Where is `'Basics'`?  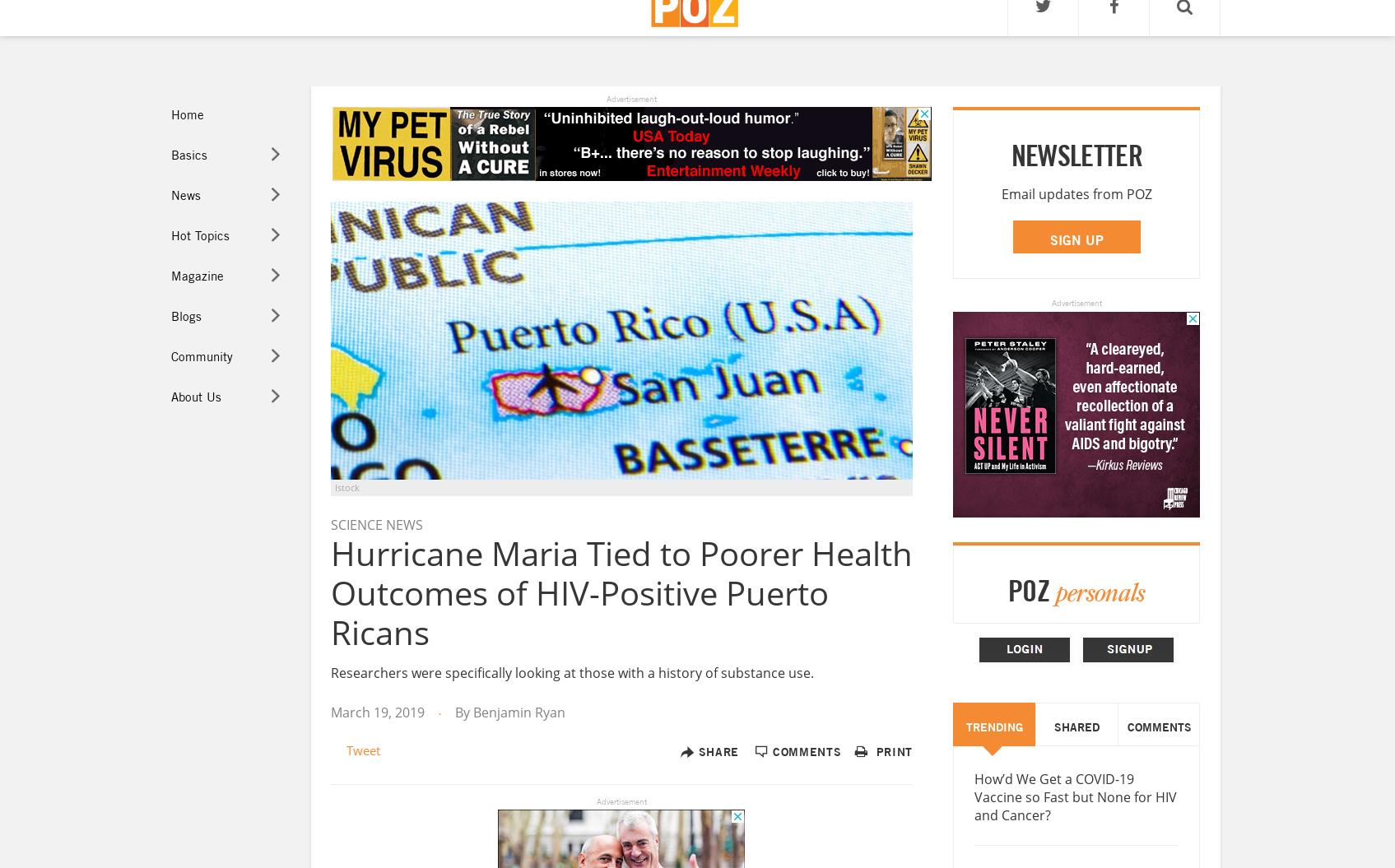
'Basics' is located at coordinates (187, 154).